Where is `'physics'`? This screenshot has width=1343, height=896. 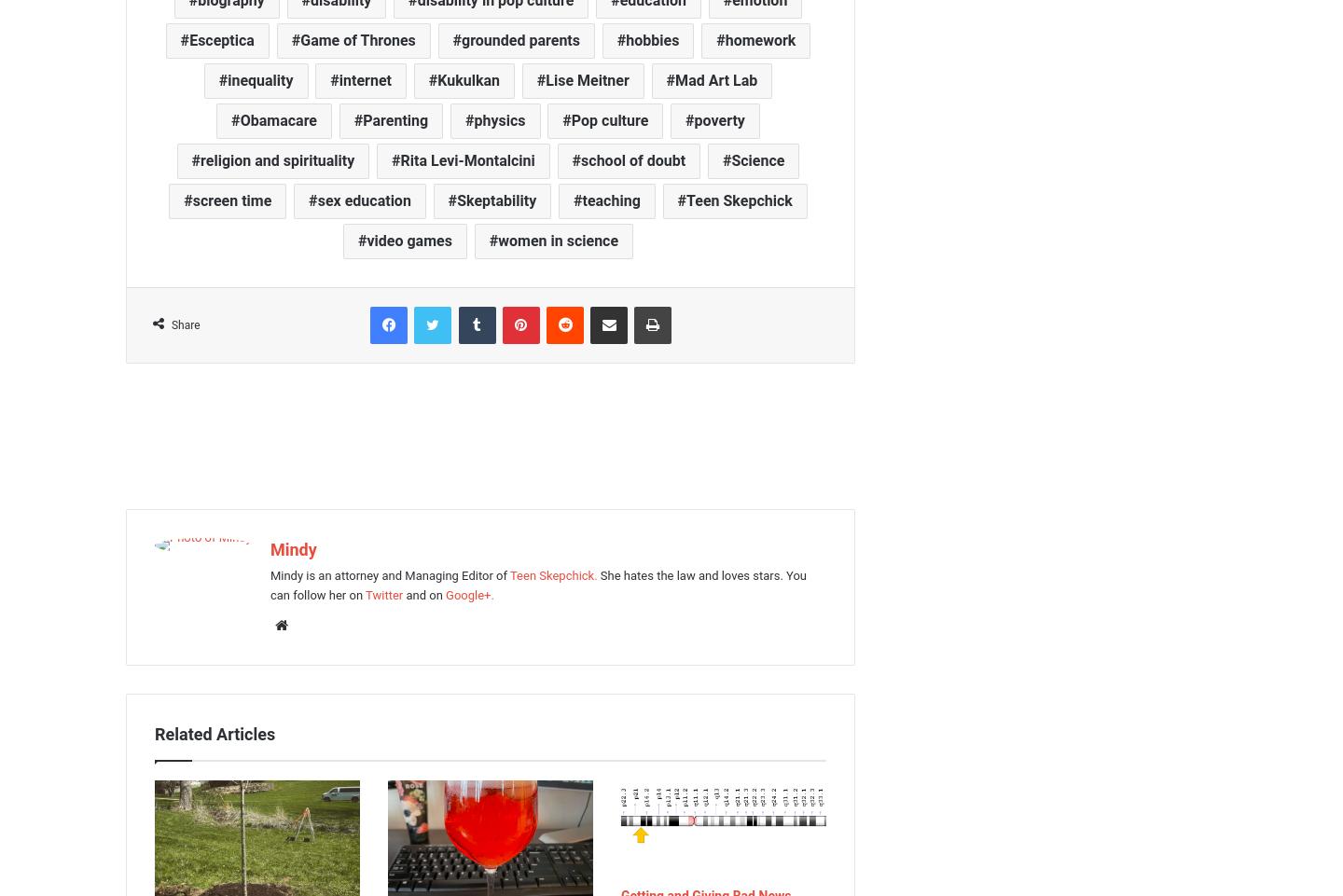
'physics' is located at coordinates (473, 118).